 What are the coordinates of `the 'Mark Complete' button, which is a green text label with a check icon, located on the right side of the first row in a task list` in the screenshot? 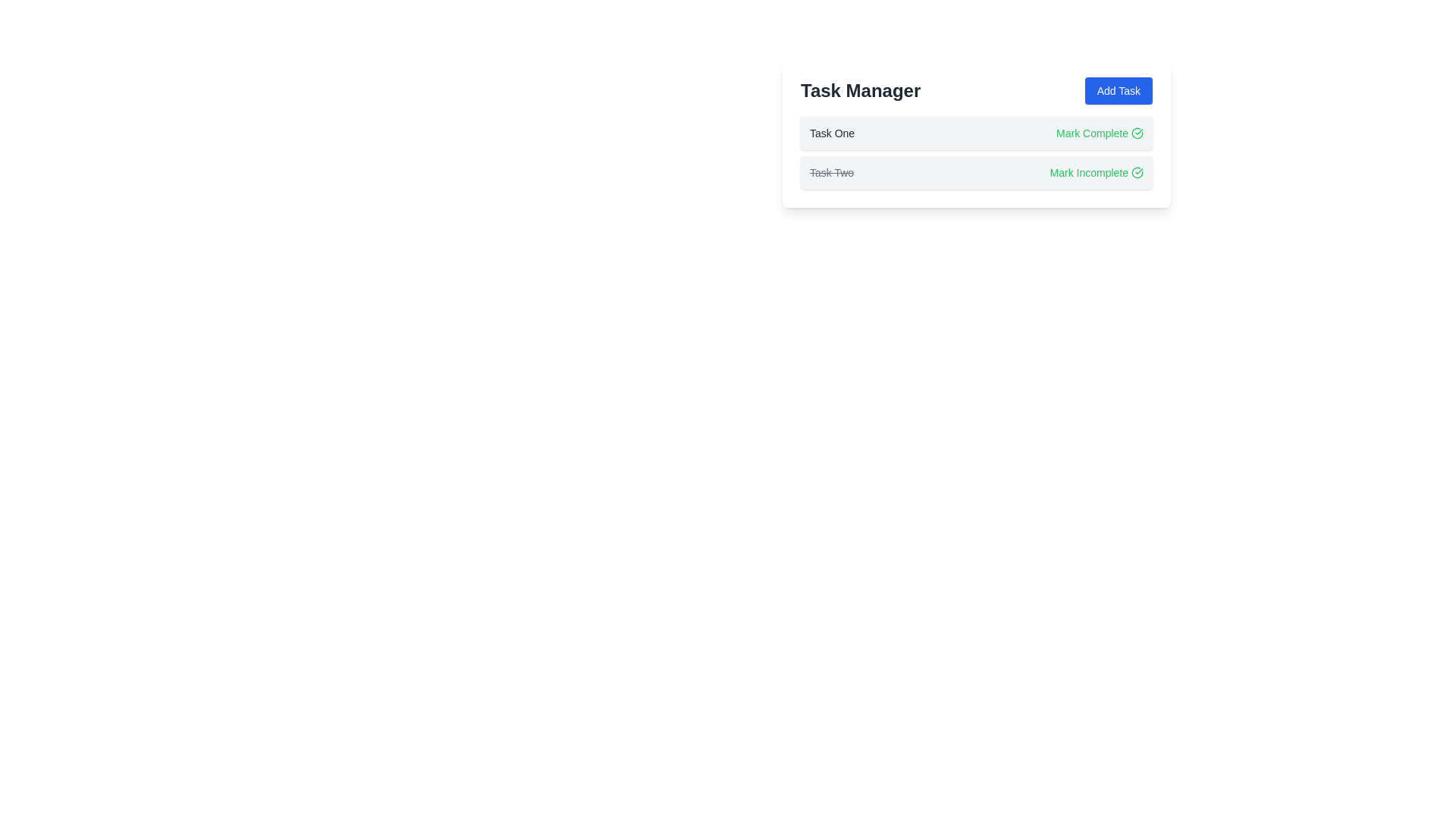 It's located at (1100, 133).